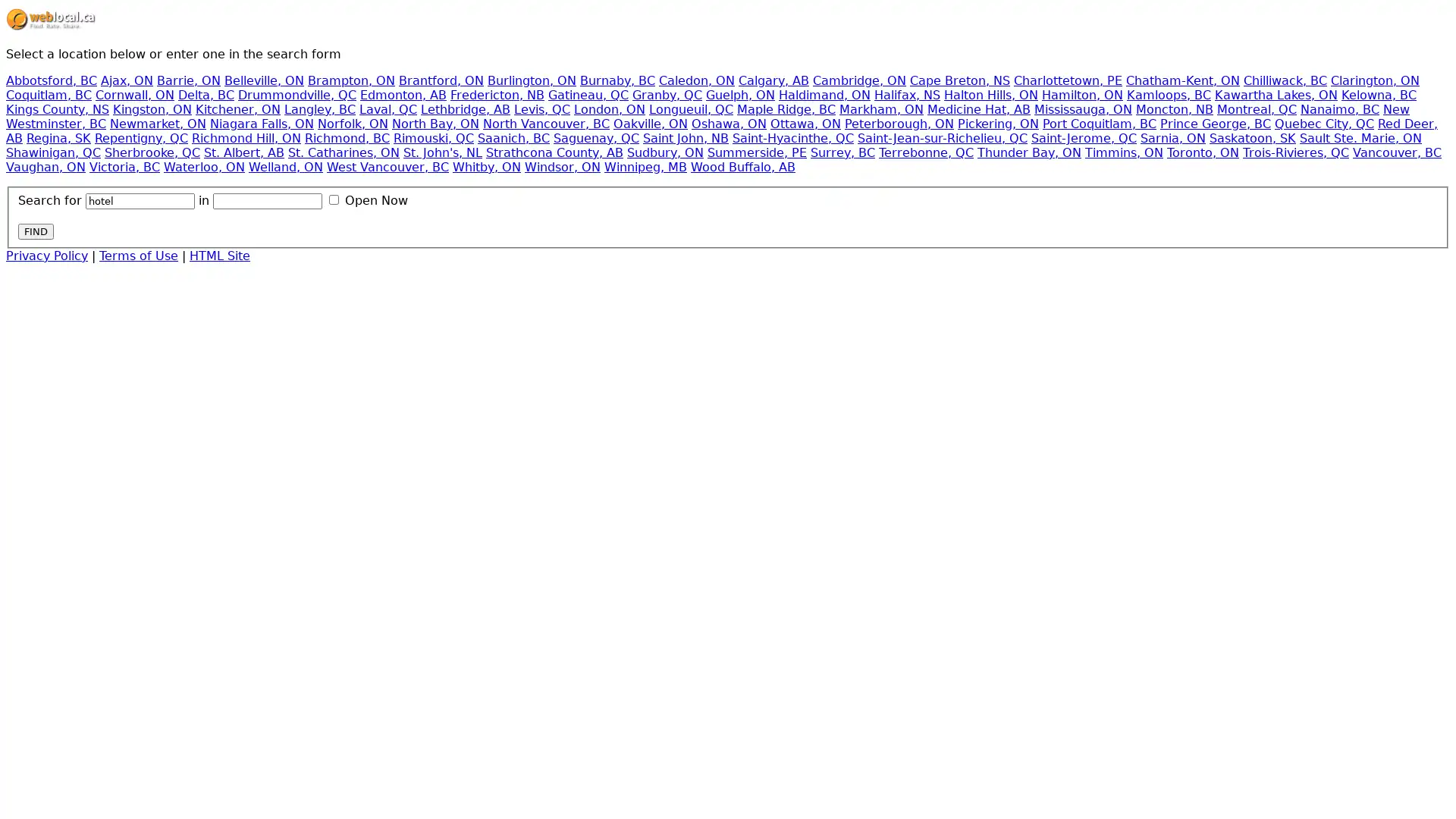 Image resolution: width=1456 pixels, height=819 pixels. Describe the element at coordinates (36, 231) in the screenshot. I see `FIND` at that location.